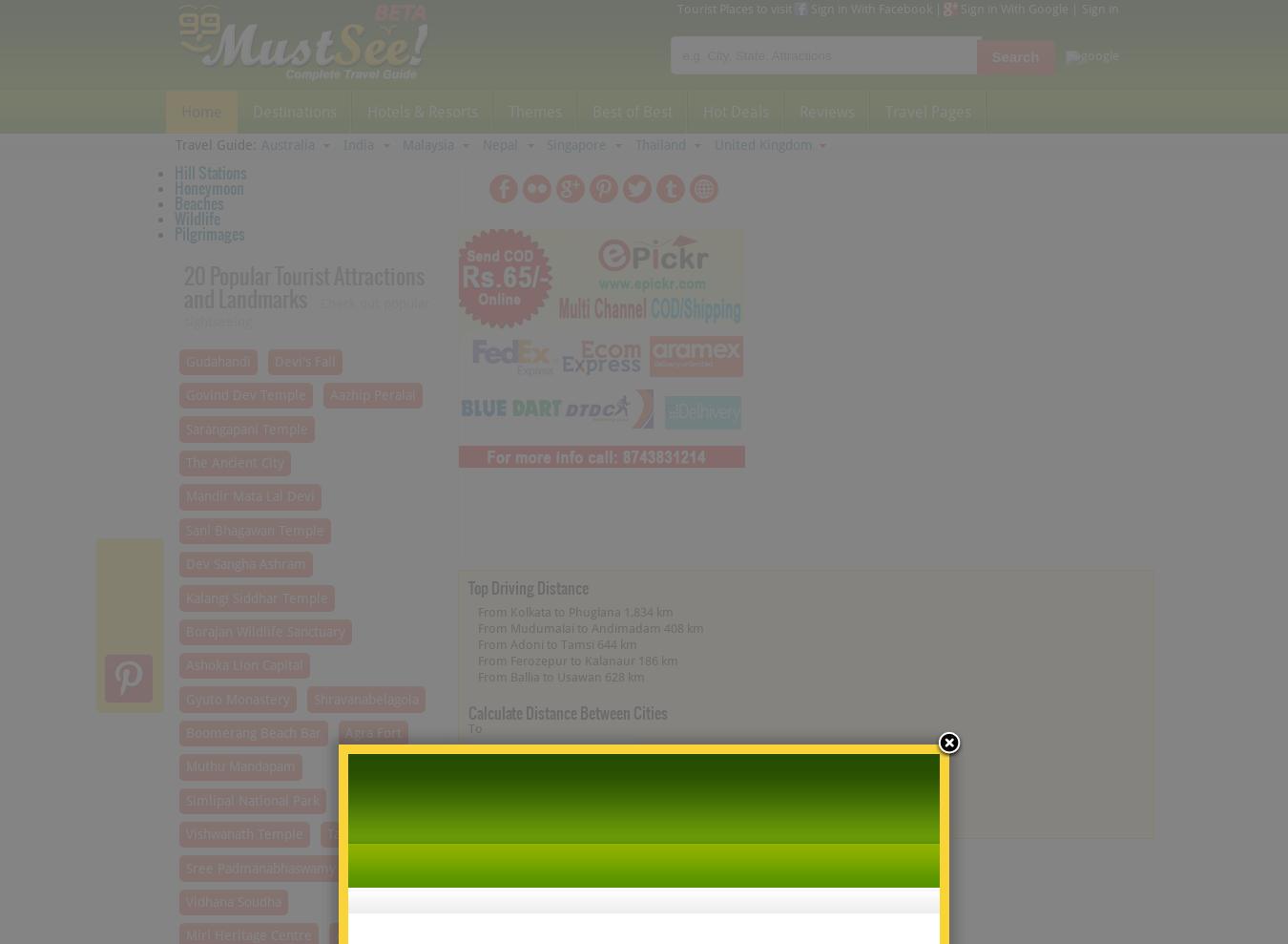 This screenshot has height=944, width=1288. I want to click on 'Vishwanath Temple', so click(242, 833).